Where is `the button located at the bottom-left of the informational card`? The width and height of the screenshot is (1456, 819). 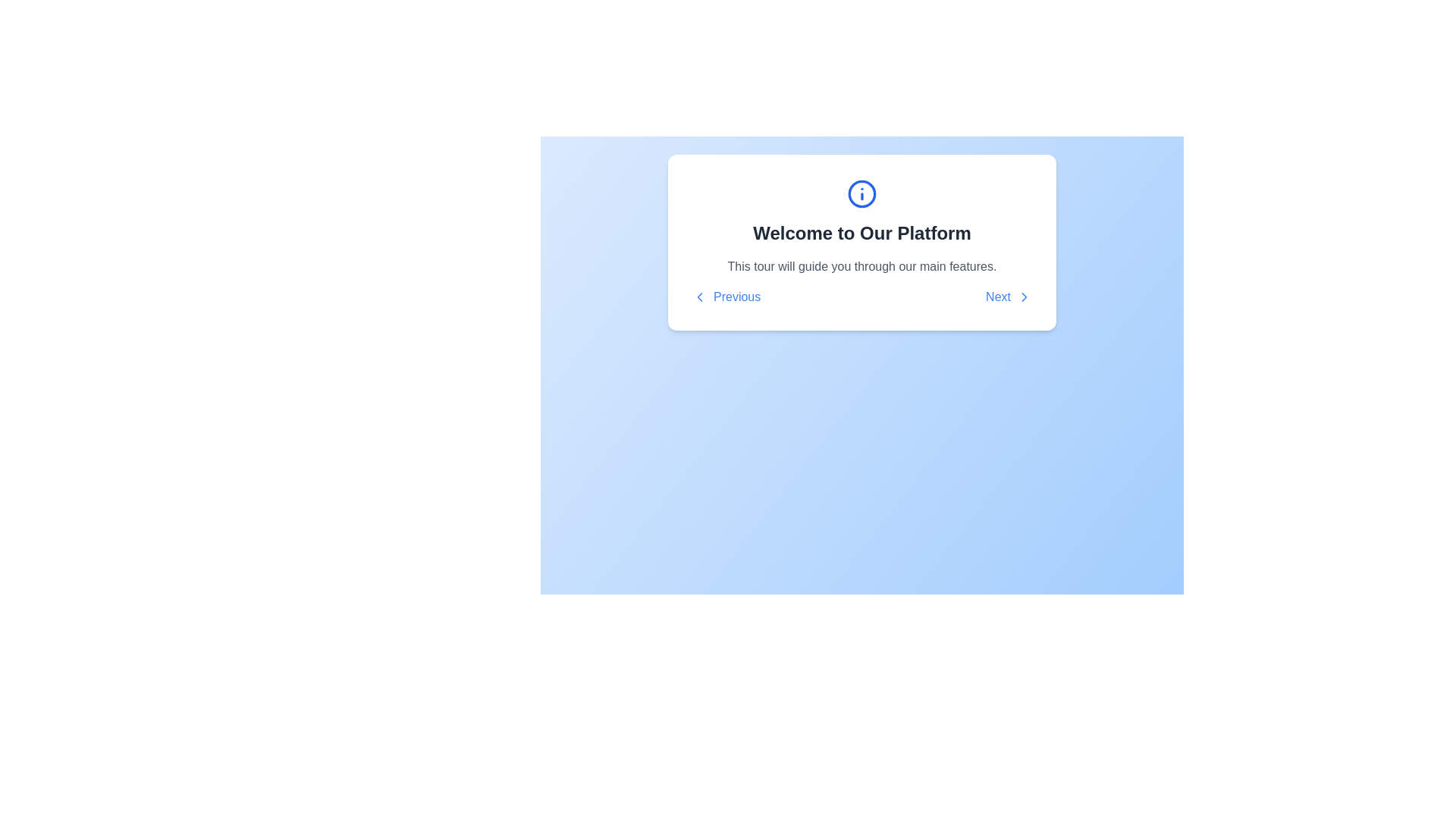 the button located at the bottom-left of the informational card is located at coordinates (726, 297).